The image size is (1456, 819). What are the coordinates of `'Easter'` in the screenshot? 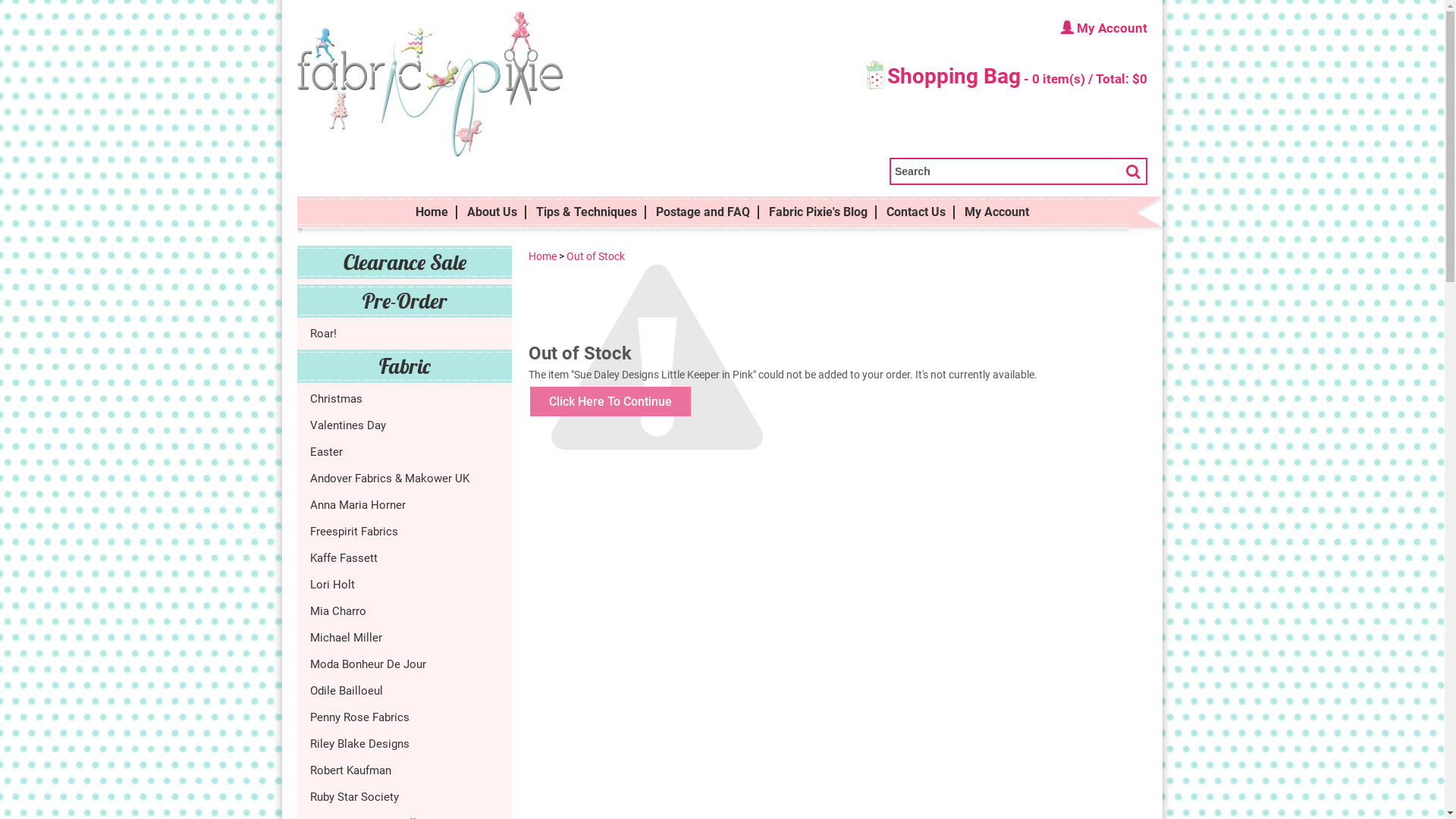 It's located at (309, 451).